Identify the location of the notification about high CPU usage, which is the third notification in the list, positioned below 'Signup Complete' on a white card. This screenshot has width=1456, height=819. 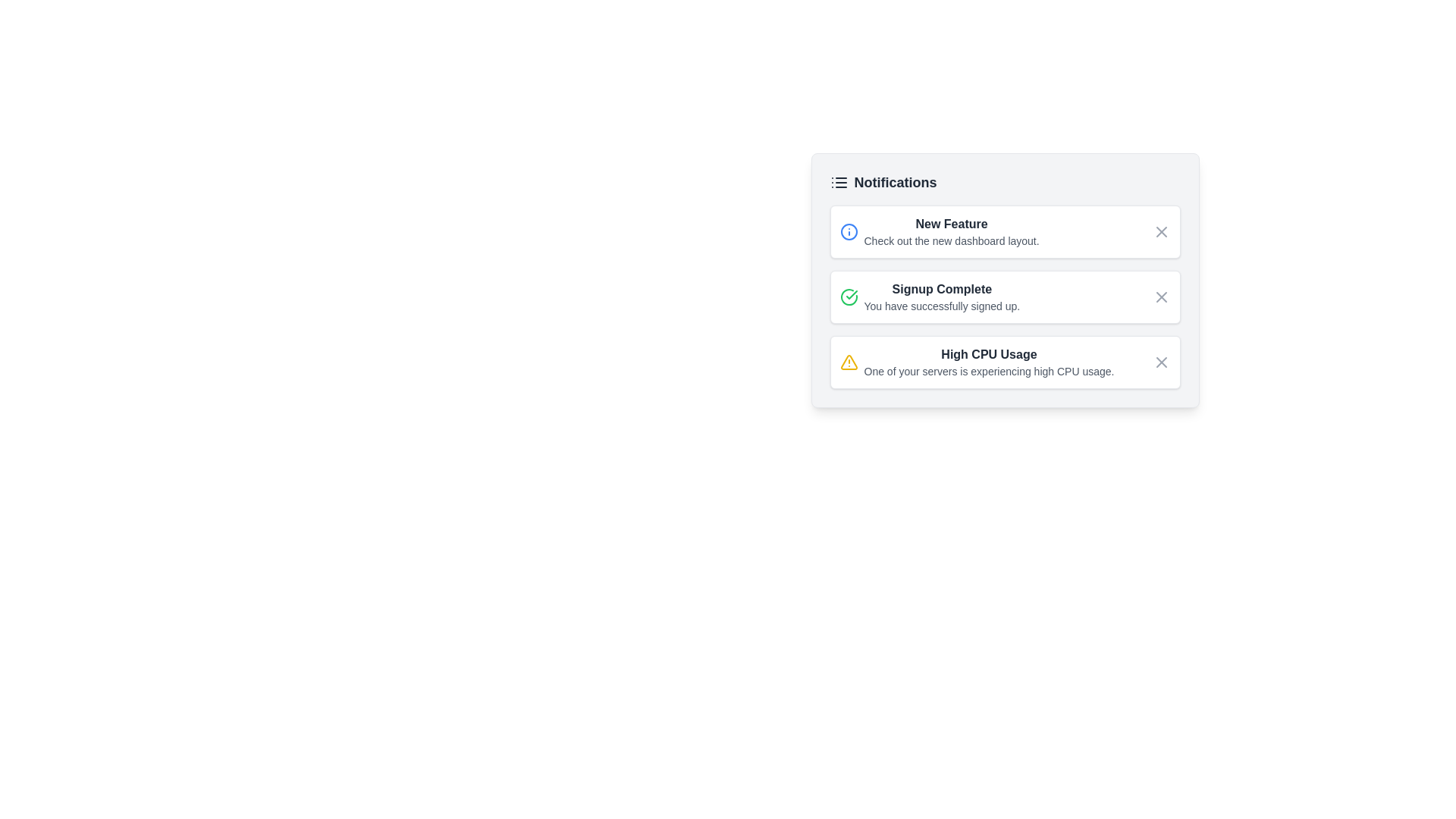
(977, 362).